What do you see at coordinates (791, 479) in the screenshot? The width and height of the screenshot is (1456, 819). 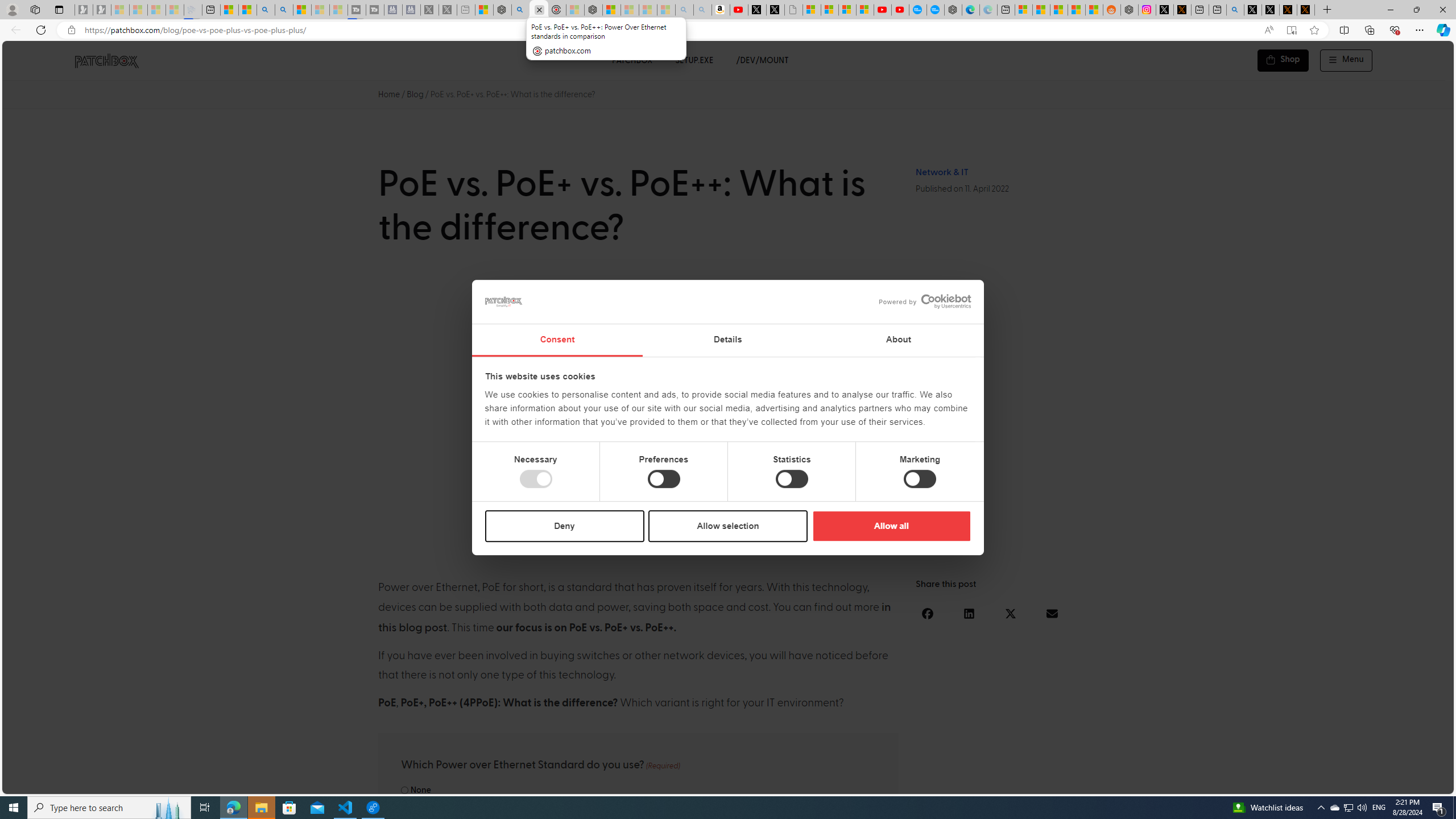 I see `'Statistics'` at bounding box center [791, 479].